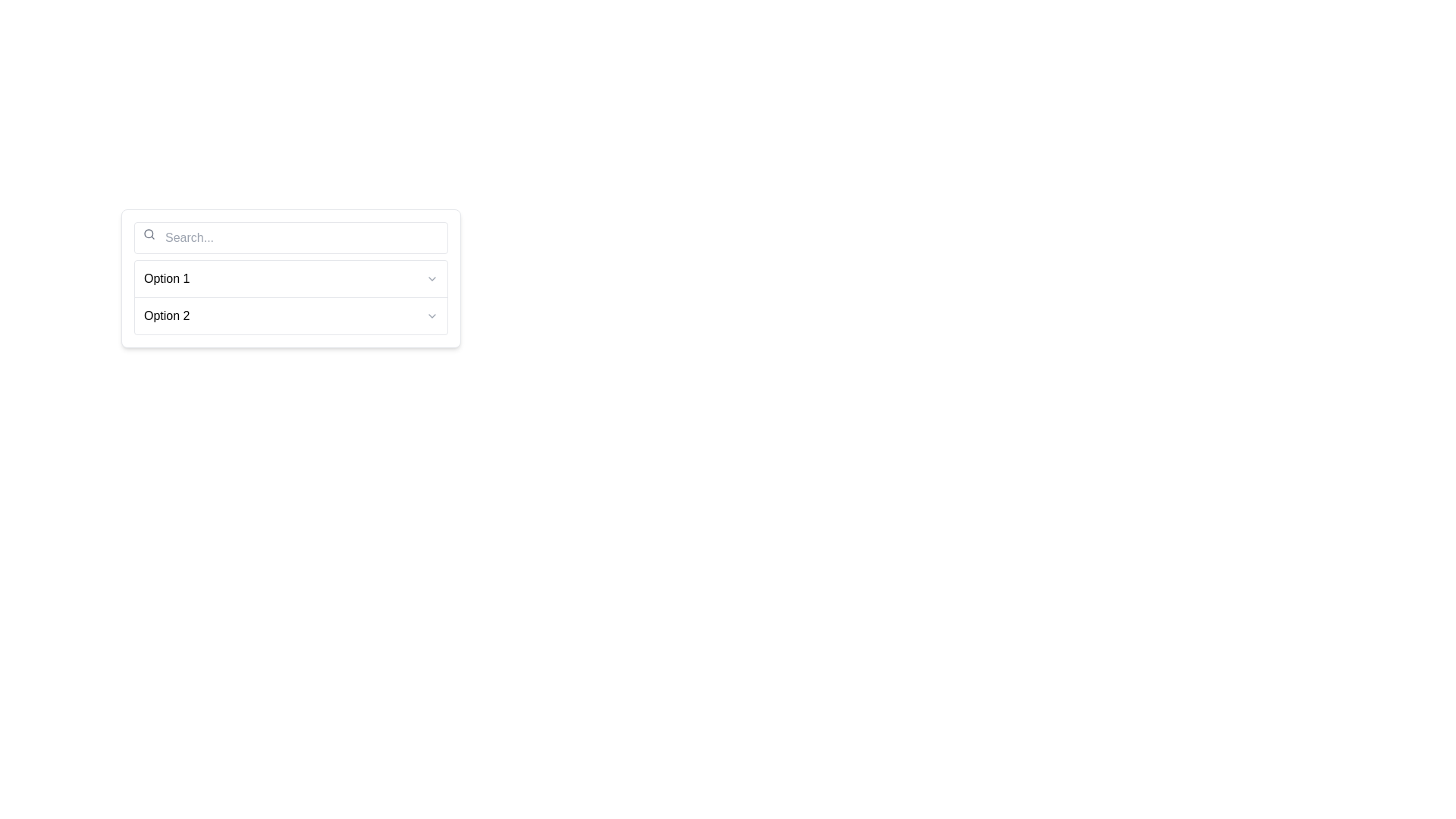  Describe the element at coordinates (149, 234) in the screenshot. I see `the circular shape representing the lens part of the magnifying glass icon located in the top left corner of the input box labeled 'Search...'` at that location.